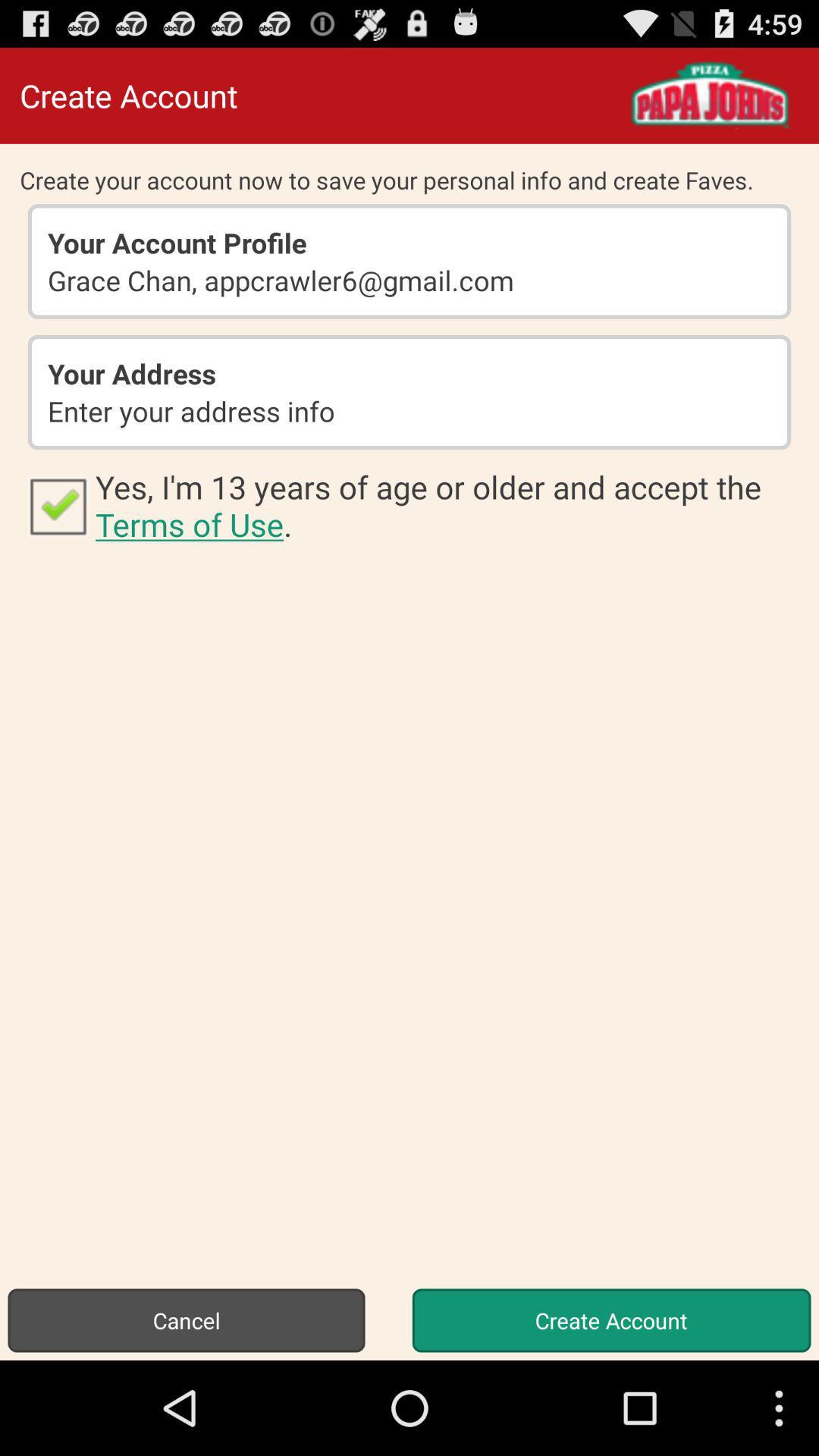 Image resolution: width=819 pixels, height=1456 pixels. Describe the element at coordinates (186, 1319) in the screenshot. I see `the button next to create account icon` at that location.